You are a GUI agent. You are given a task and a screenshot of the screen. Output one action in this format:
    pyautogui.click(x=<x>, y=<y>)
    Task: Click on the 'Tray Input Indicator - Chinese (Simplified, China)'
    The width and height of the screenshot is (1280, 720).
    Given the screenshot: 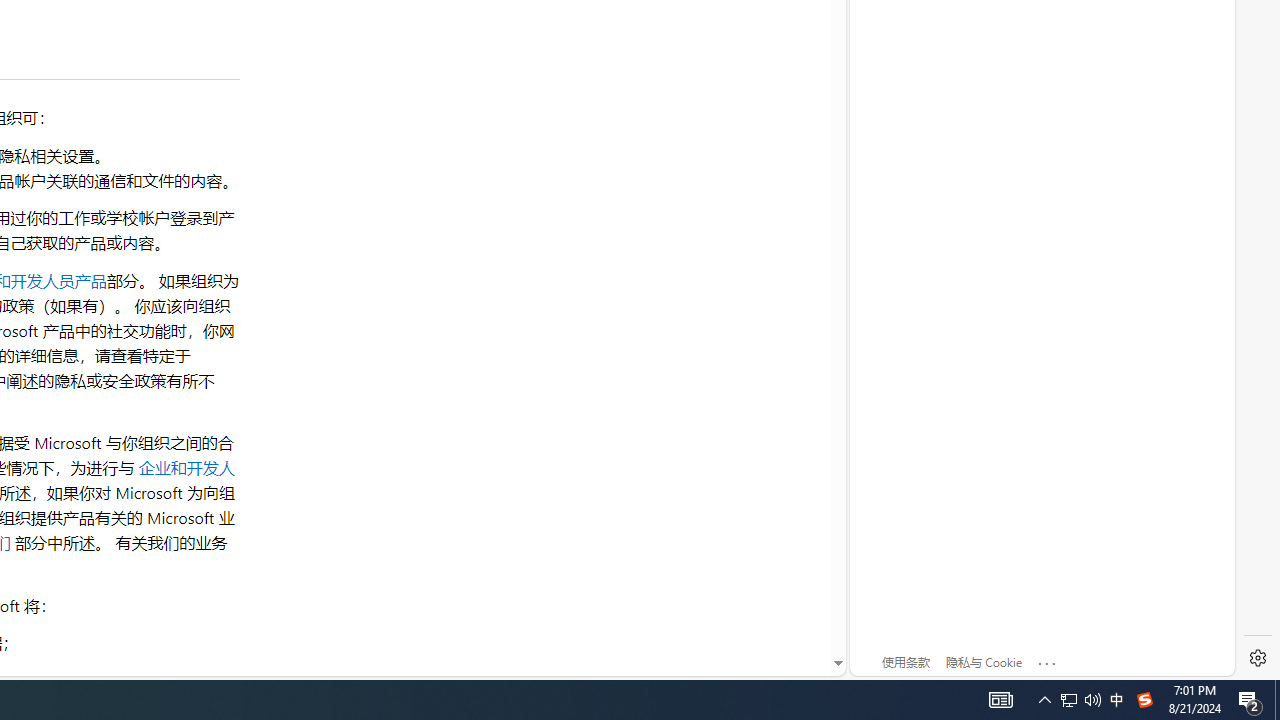 What is the action you would take?
    pyautogui.click(x=1068, y=698)
    